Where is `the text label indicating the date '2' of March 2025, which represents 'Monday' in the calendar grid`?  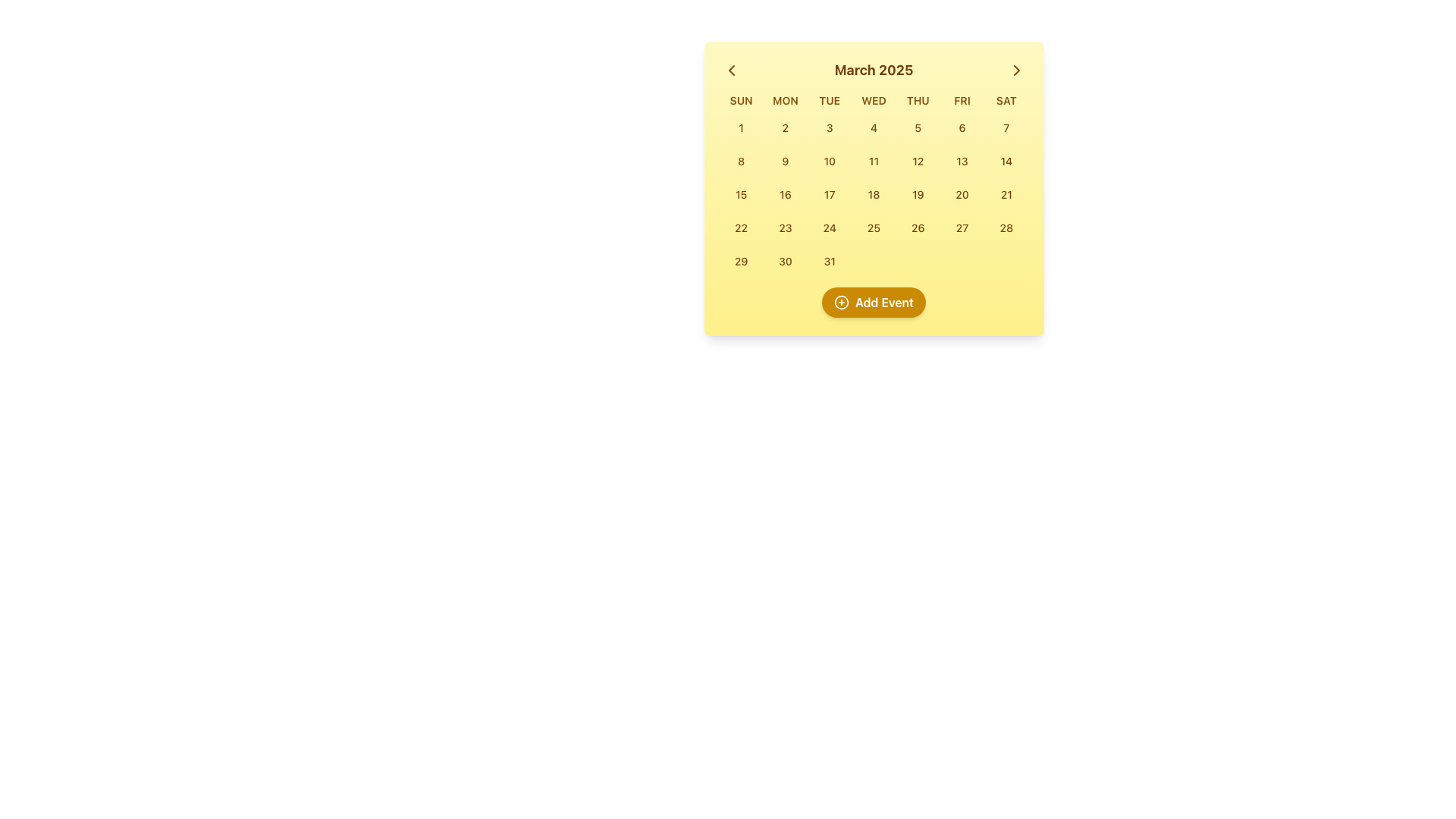
the text label indicating the date '2' of March 2025, which represents 'Monday' in the calendar grid is located at coordinates (785, 127).